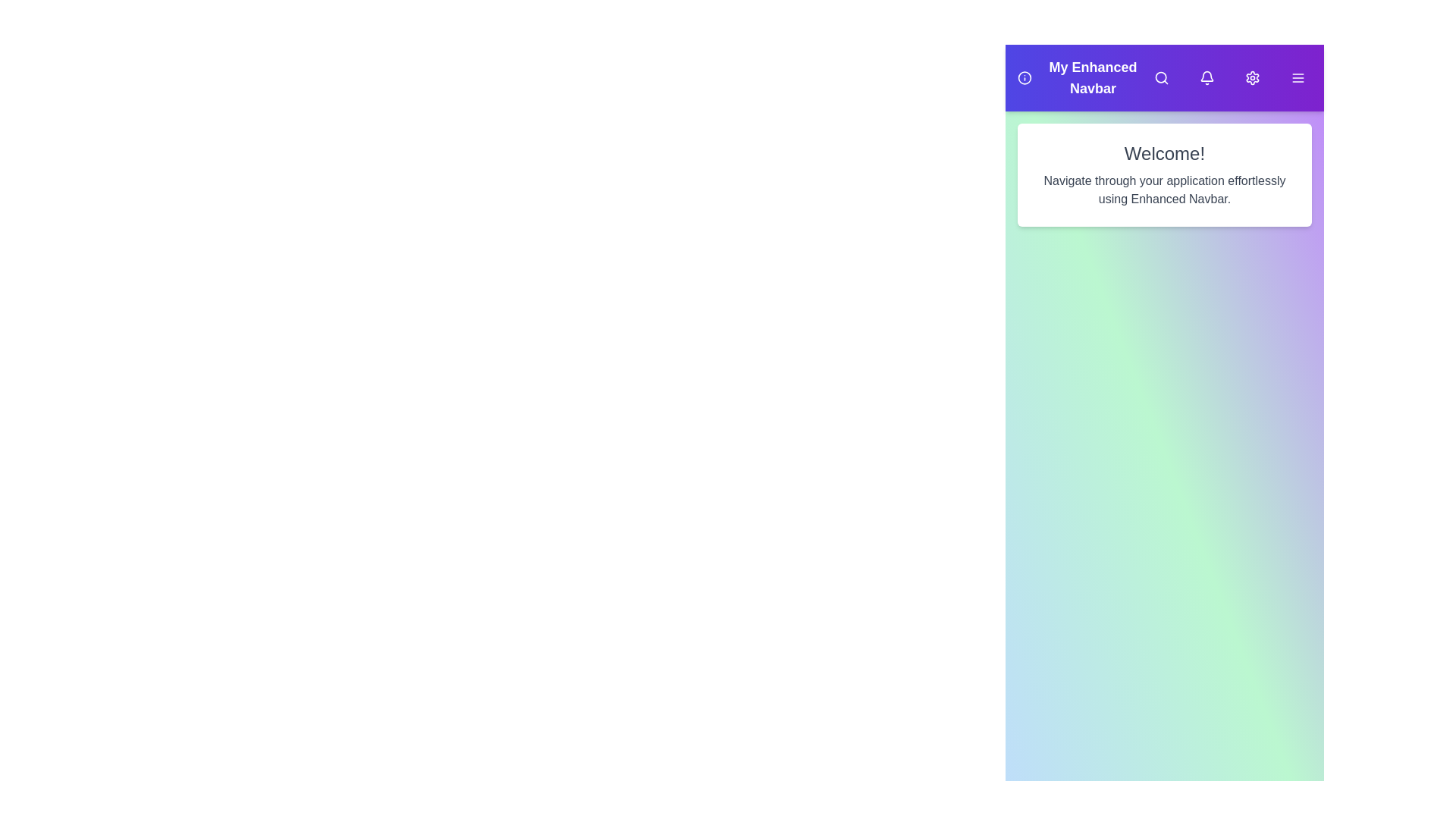 This screenshot has height=819, width=1456. Describe the element at coordinates (1164, 189) in the screenshot. I see `the text 'Navigate through your application effortlessly using Enhanced Navbar.' in the component` at that location.